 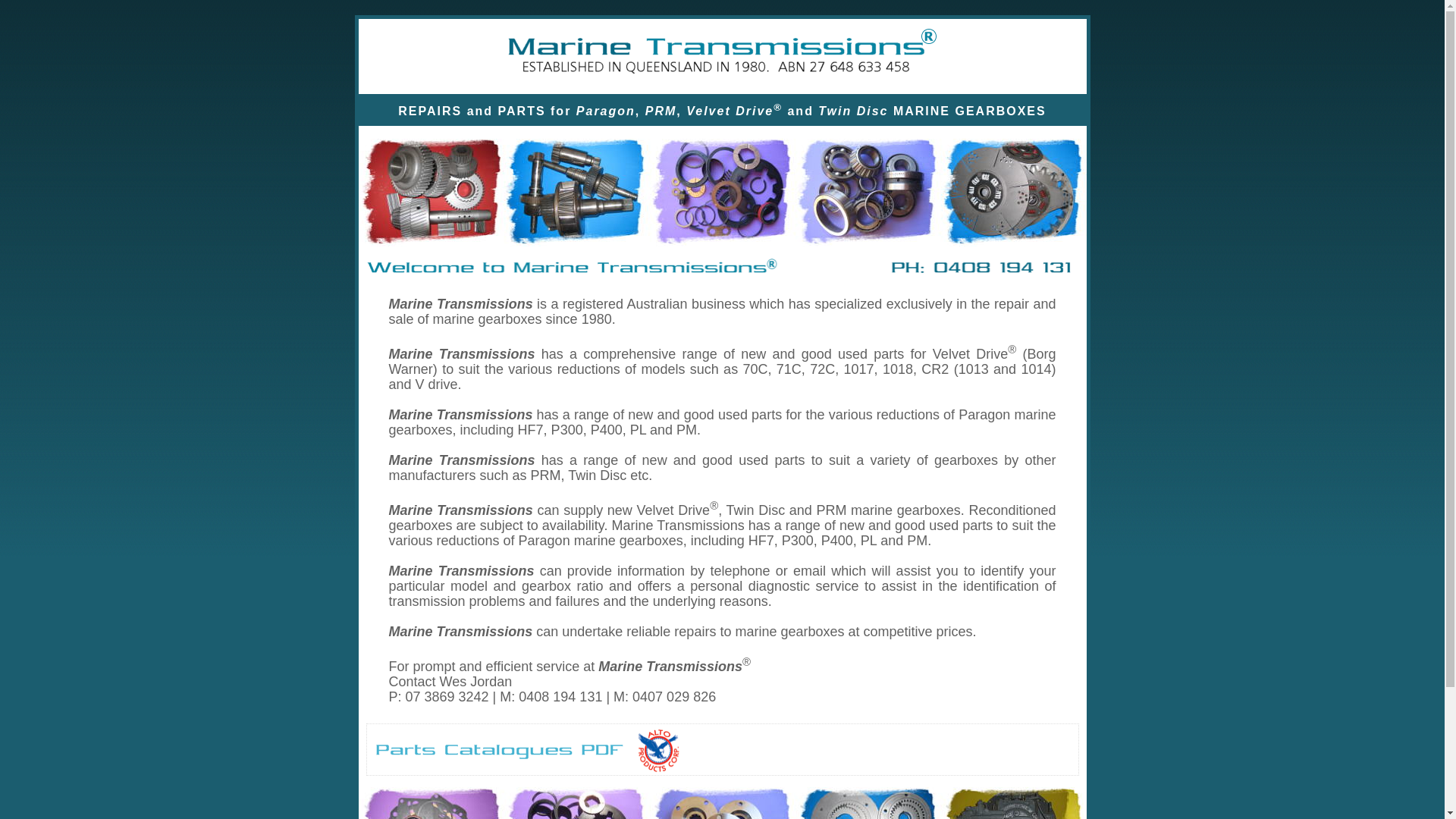 What do you see at coordinates (658, 751) in the screenshot?
I see `'Alto Products Corp PDF - Click to download'` at bounding box center [658, 751].